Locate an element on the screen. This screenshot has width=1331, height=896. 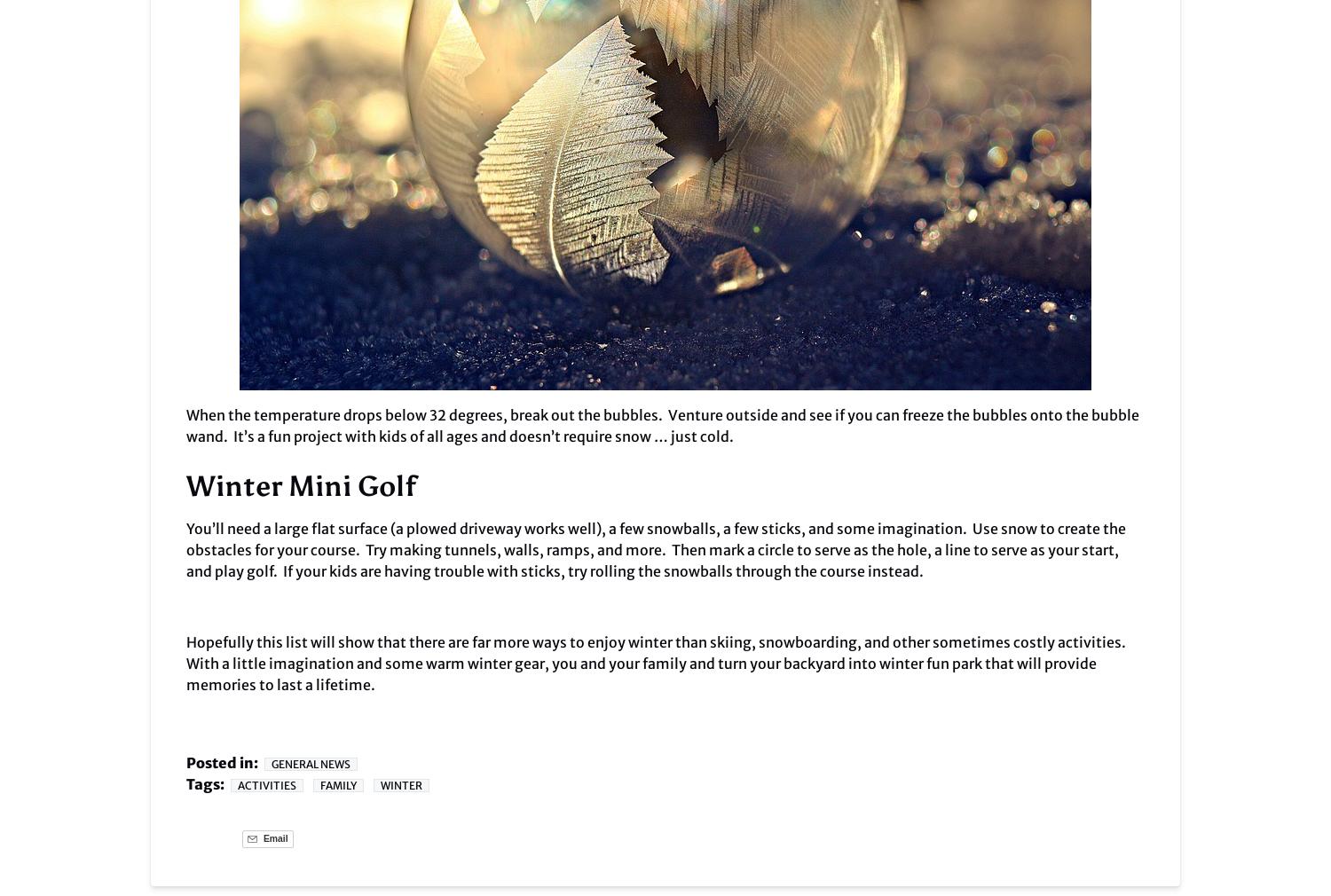
'Email' is located at coordinates (274, 838).